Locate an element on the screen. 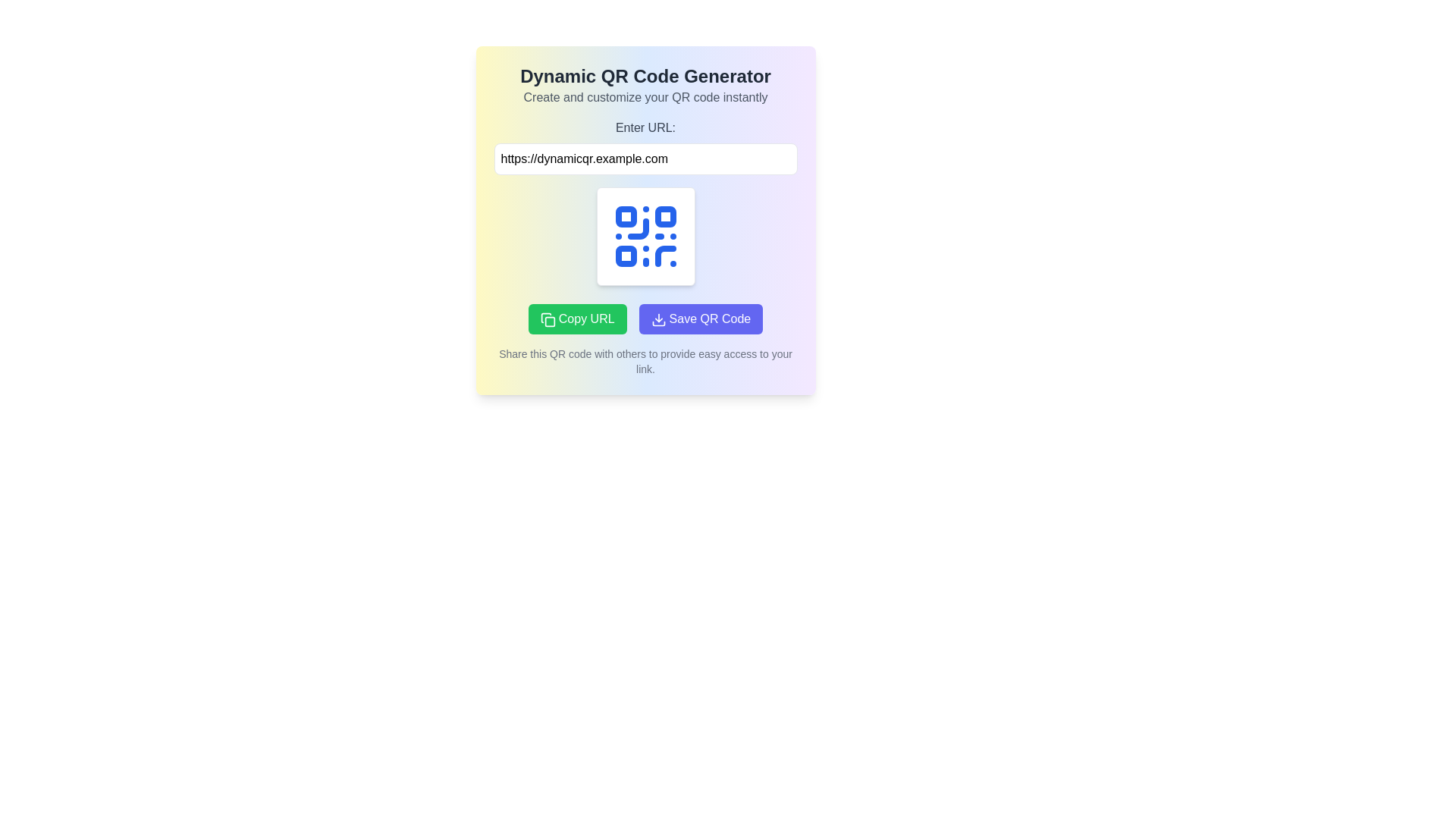  graphical icon adjacent to the left side of the 'Copy URL' button for design purposes is located at coordinates (547, 318).